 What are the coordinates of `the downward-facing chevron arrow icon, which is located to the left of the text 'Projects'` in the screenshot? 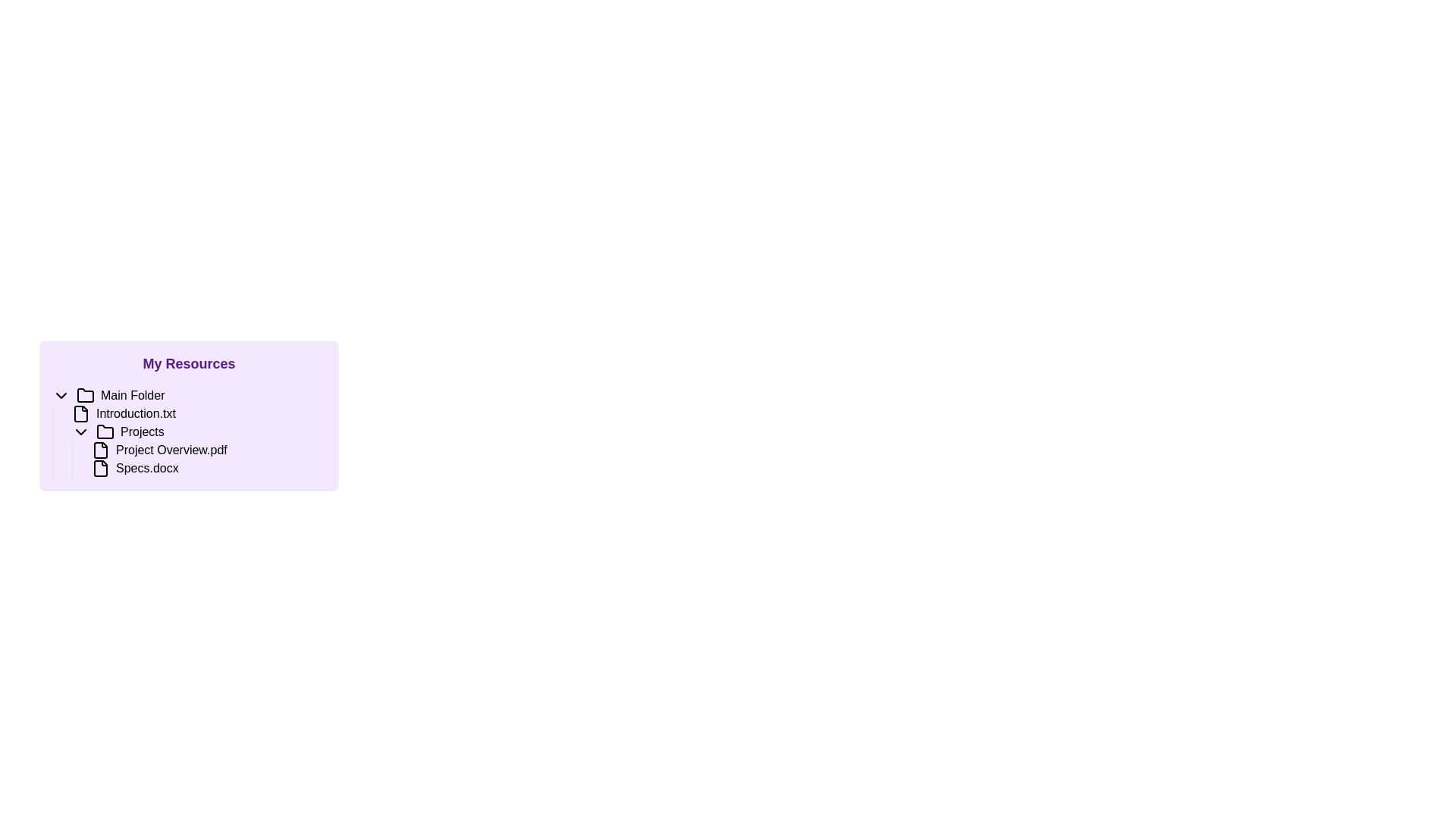 It's located at (80, 432).